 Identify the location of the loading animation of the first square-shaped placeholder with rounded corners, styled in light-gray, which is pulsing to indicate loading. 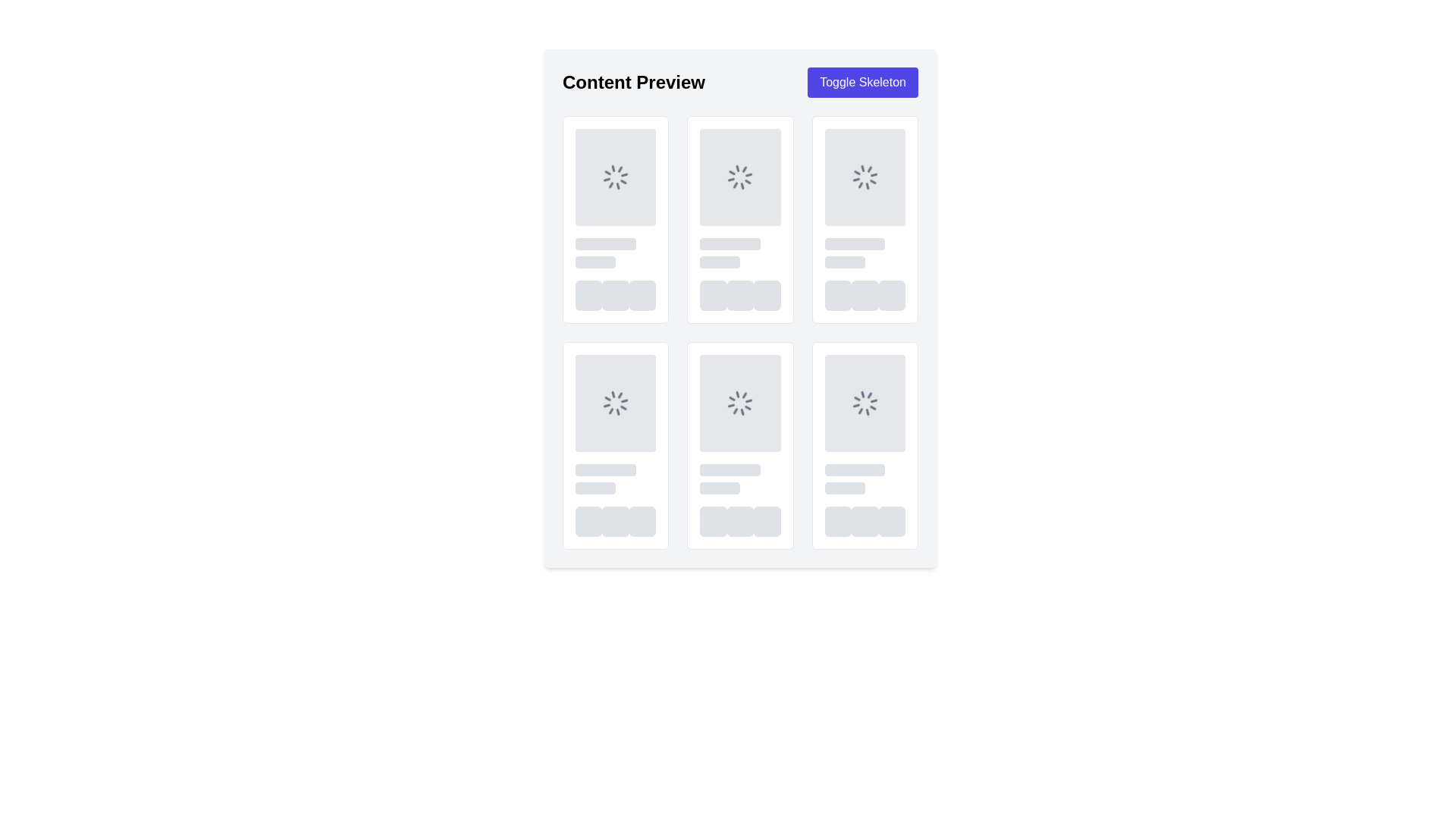
(837, 520).